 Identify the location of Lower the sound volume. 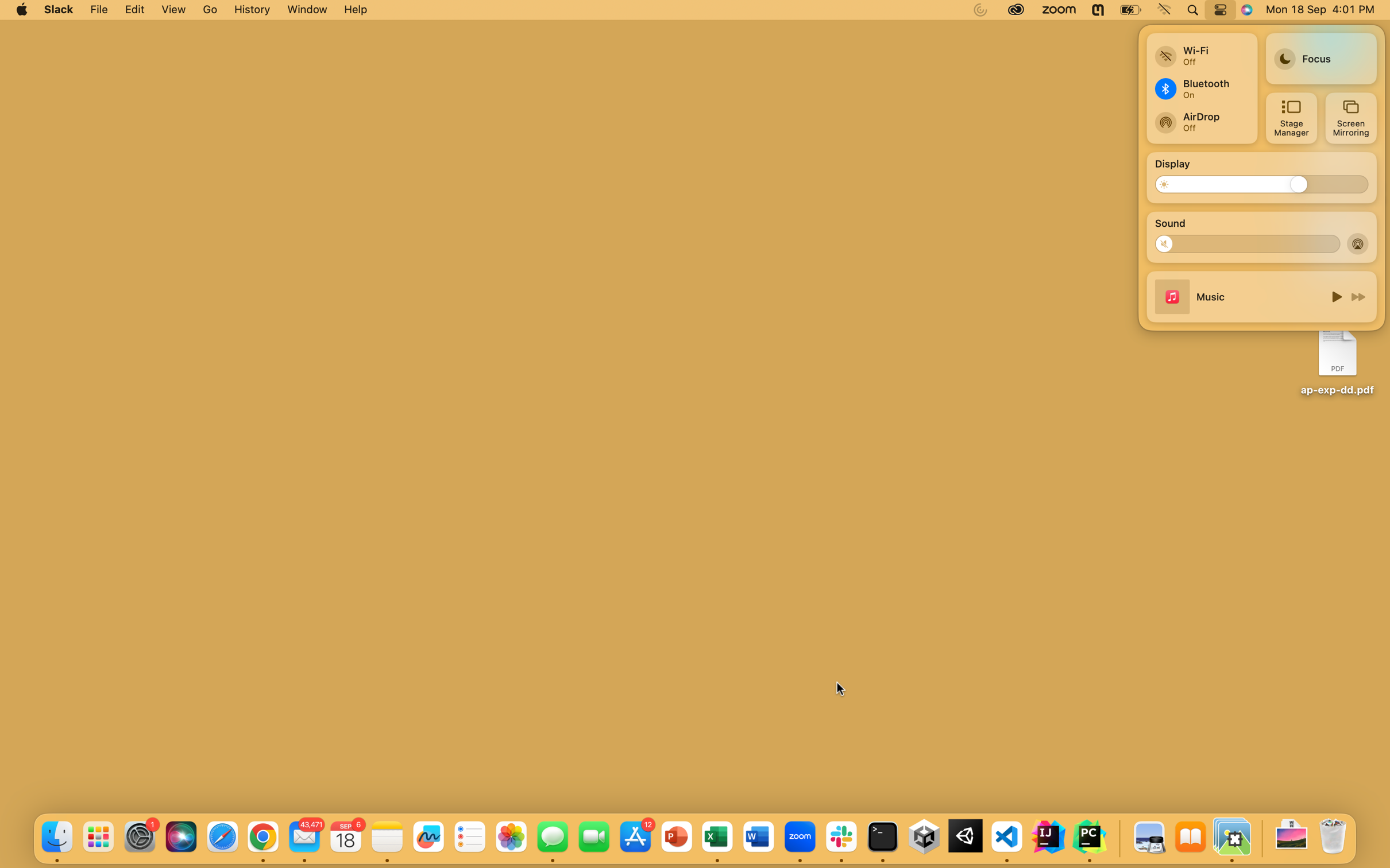
(1169, 243).